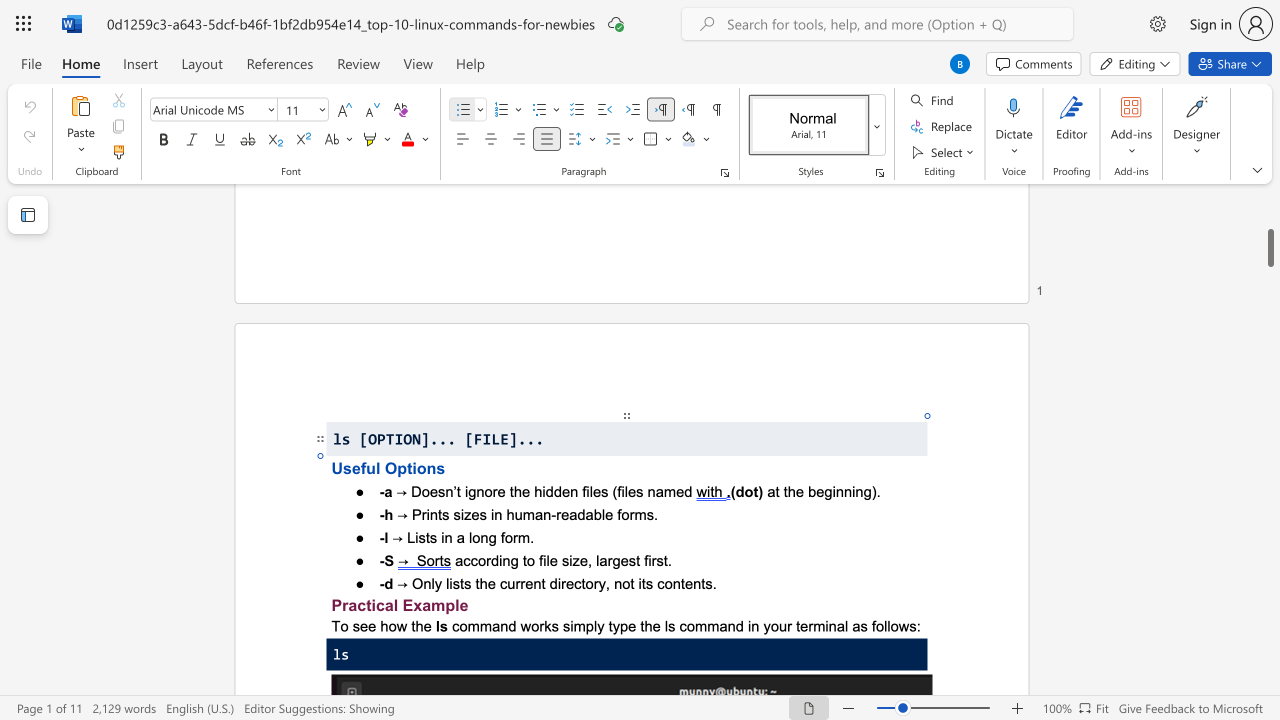 The image size is (1280, 720). Describe the element at coordinates (422, 625) in the screenshot. I see `the space between the continuous character "h" and "e" in the text` at that location.